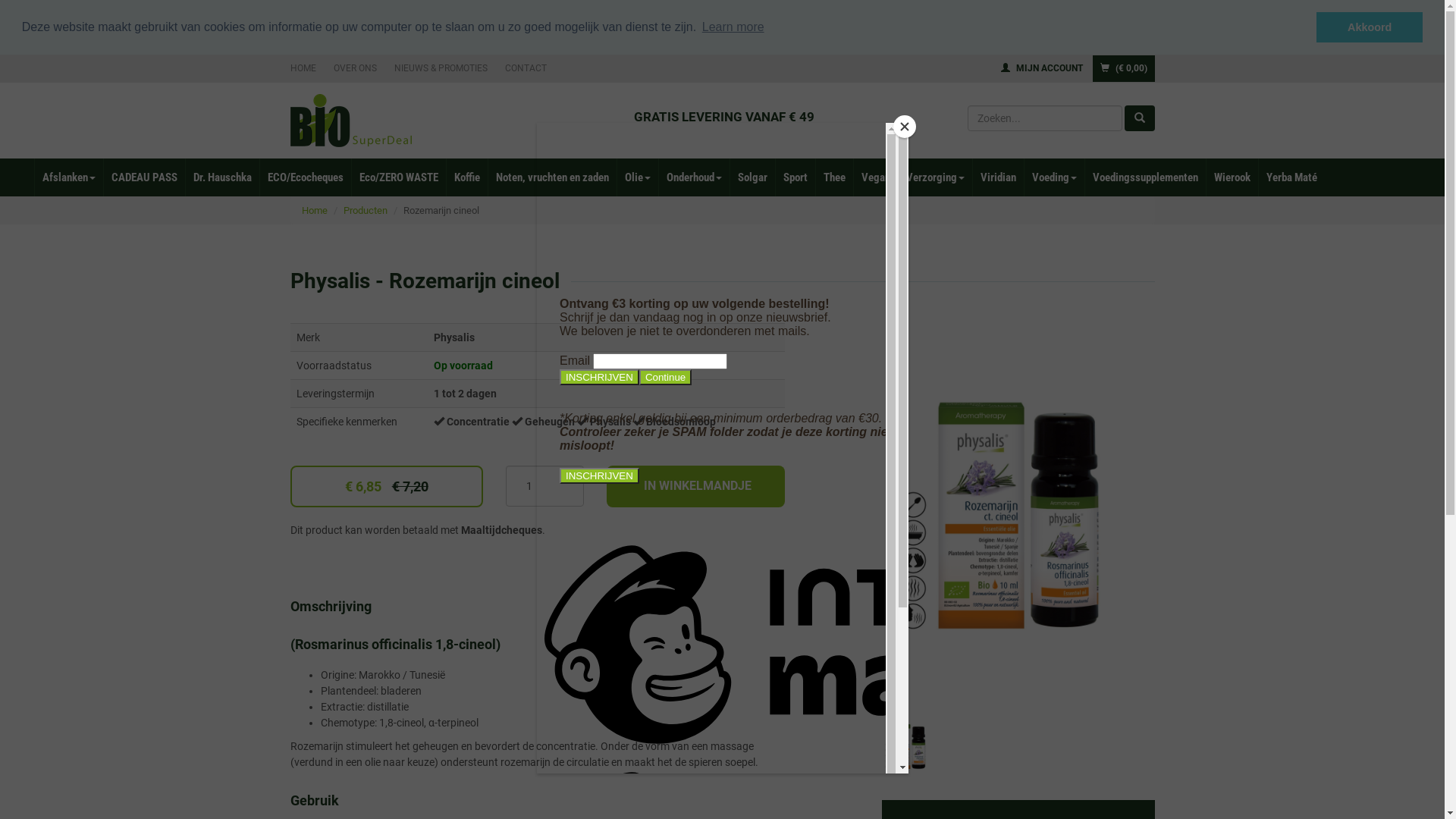  What do you see at coordinates (144, 175) in the screenshot?
I see `'CADEAU PASS'` at bounding box center [144, 175].